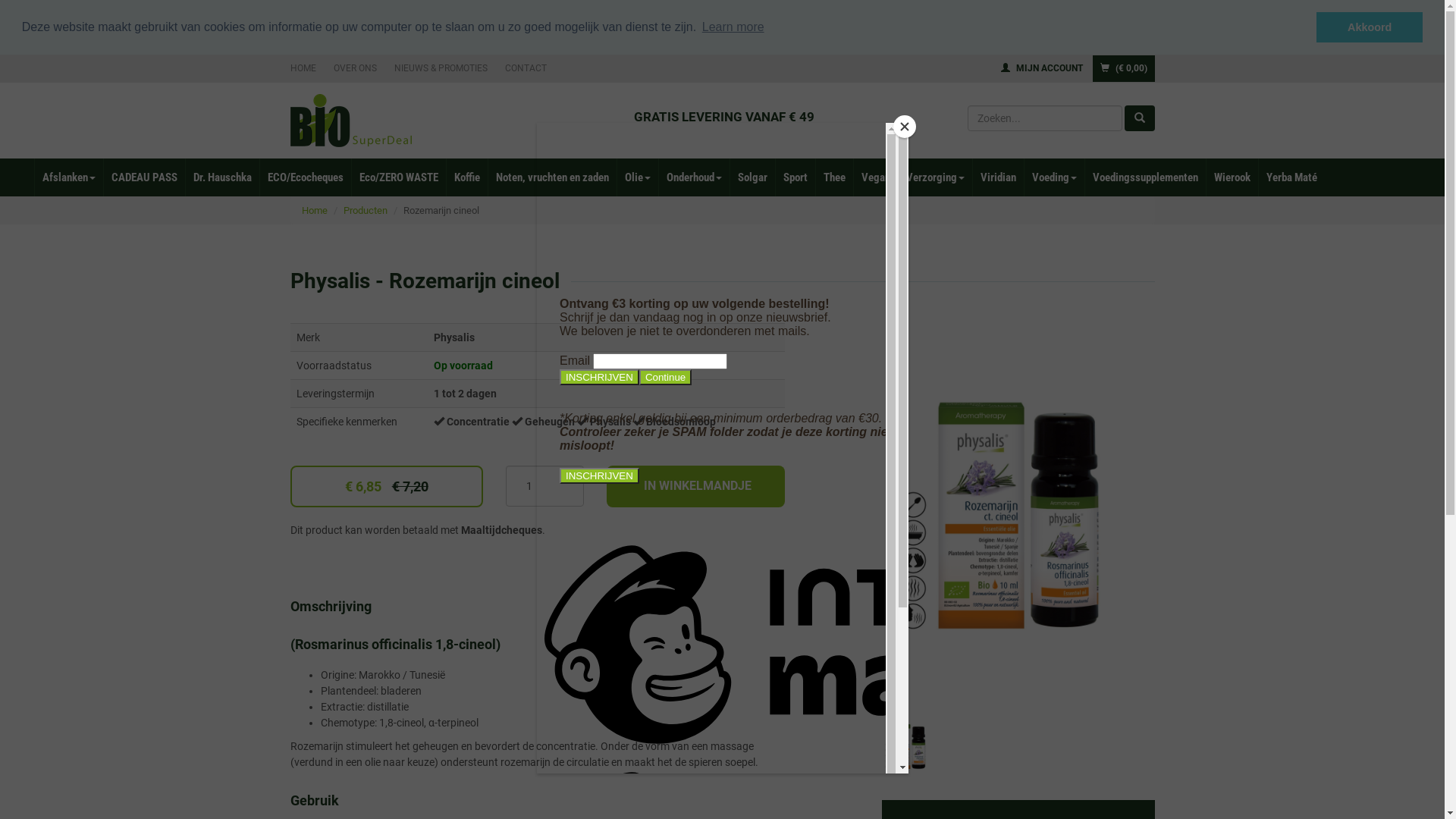  What do you see at coordinates (144, 175) in the screenshot?
I see `'CADEAU PASS'` at bounding box center [144, 175].